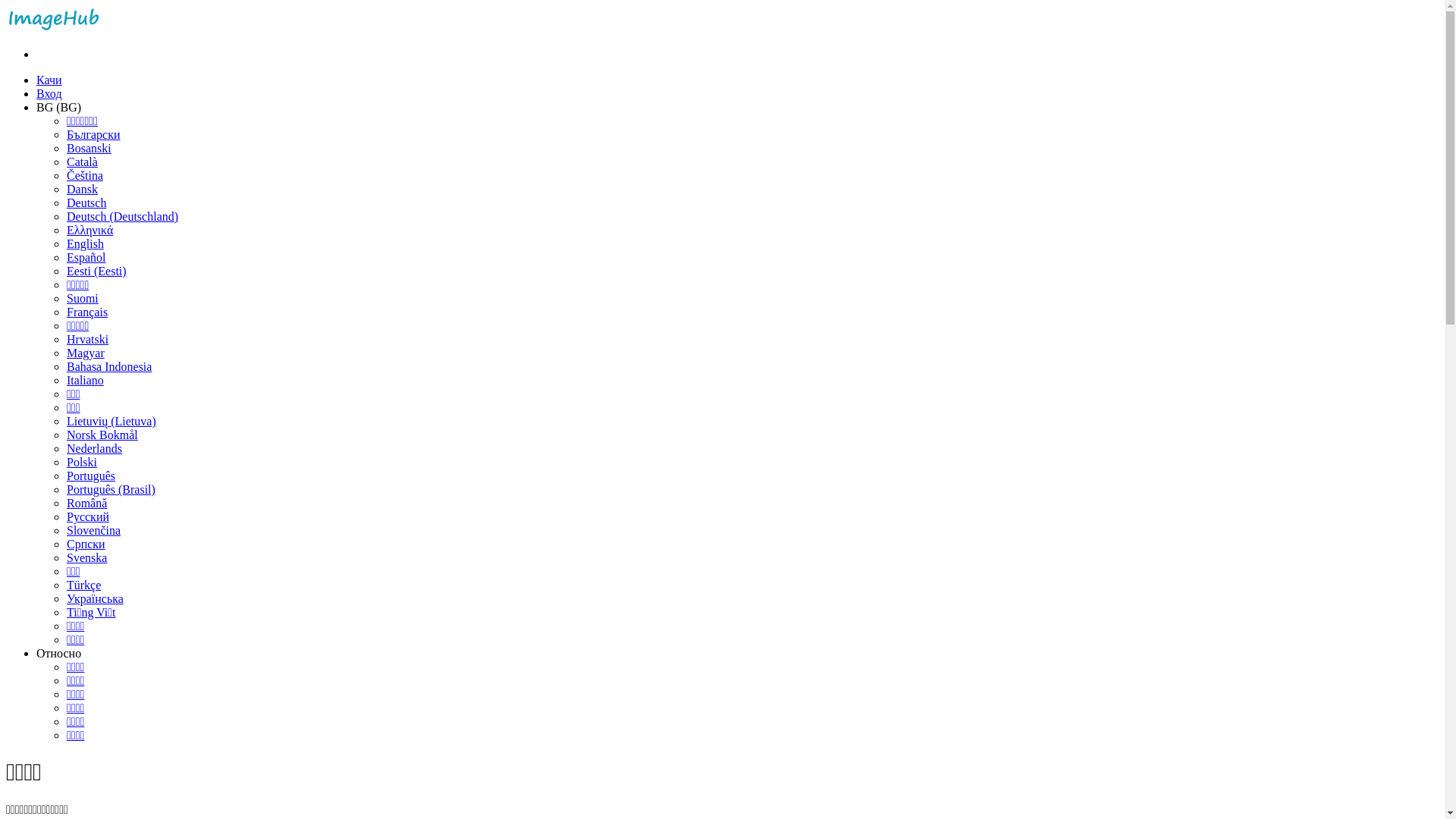 This screenshot has height=819, width=1456. Describe the element at coordinates (65, 353) in the screenshot. I see `'Magyar'` at that location.